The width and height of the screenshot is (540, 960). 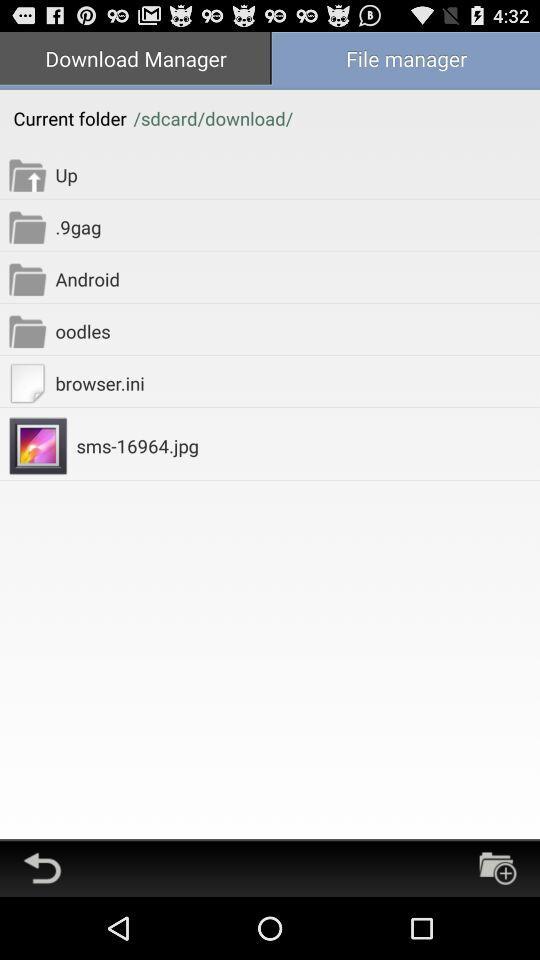 What do you see at coordinates (42, 929) in the screenshot?
I see `the undo icon` at bounding box center [42, 929].